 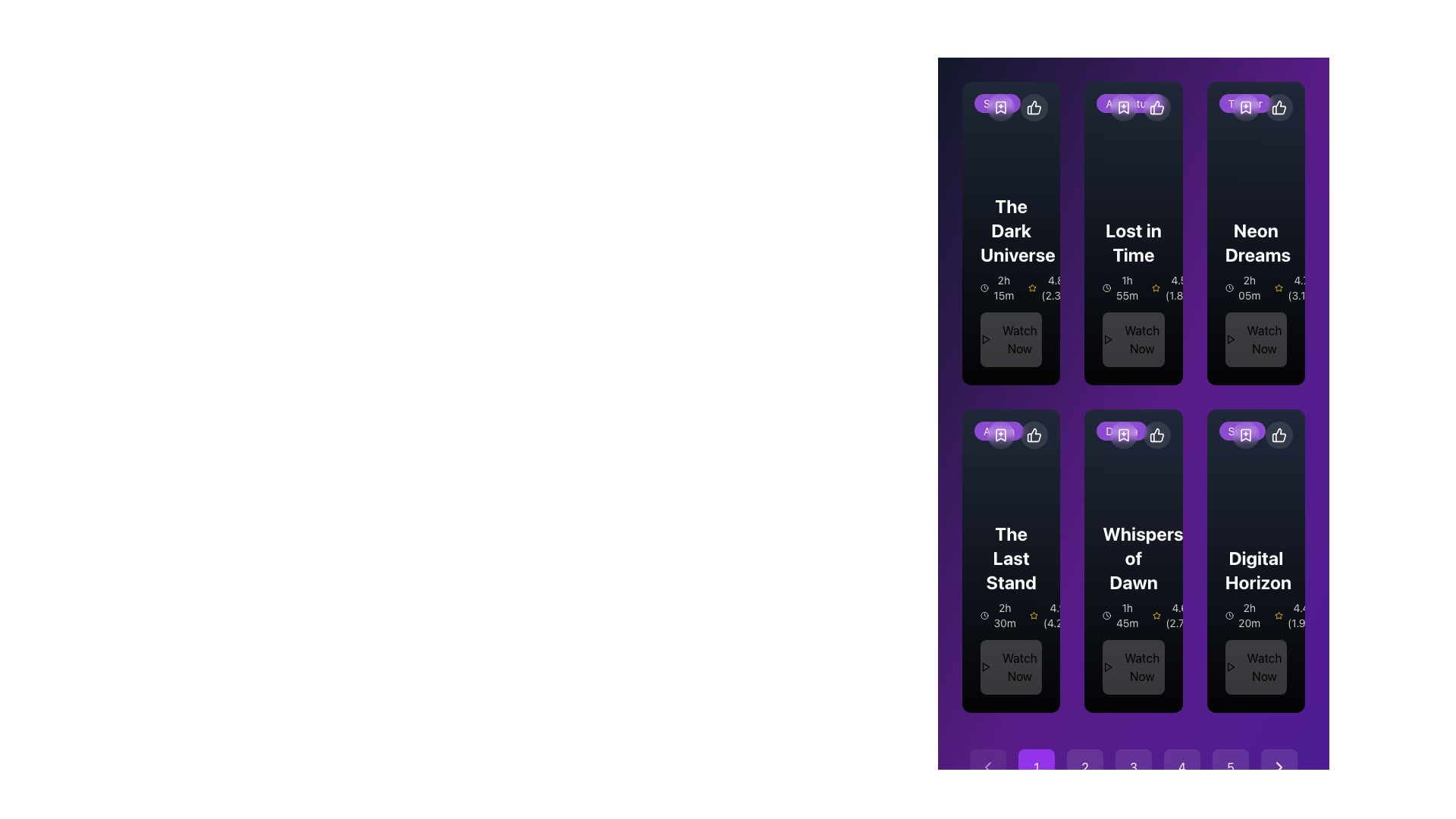 I want to click on the third star icon in the numeric rating display of the first movie card titled 'The Dark Universe', positioned immediately to the right of the numeric text '4.8', so click(x=1031, y=287).